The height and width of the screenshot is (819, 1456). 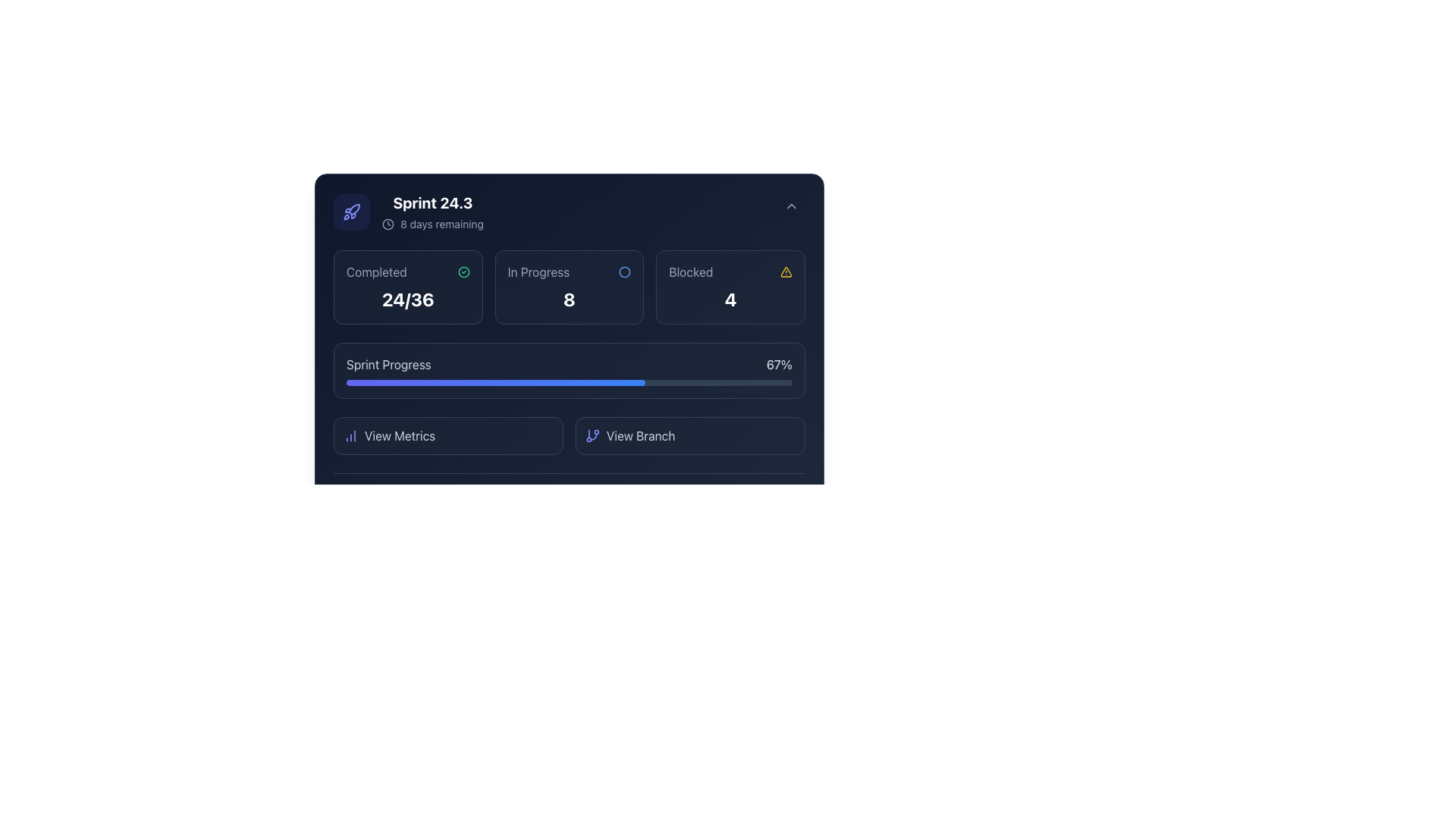 What do you see at coordinates (408, 299) in the screenshot?
I see `the Text label displaying '24/36', which indicates the completed tasks within the 'Completed' section in the top-left corner of the interface` at bounding box center [408, 299].